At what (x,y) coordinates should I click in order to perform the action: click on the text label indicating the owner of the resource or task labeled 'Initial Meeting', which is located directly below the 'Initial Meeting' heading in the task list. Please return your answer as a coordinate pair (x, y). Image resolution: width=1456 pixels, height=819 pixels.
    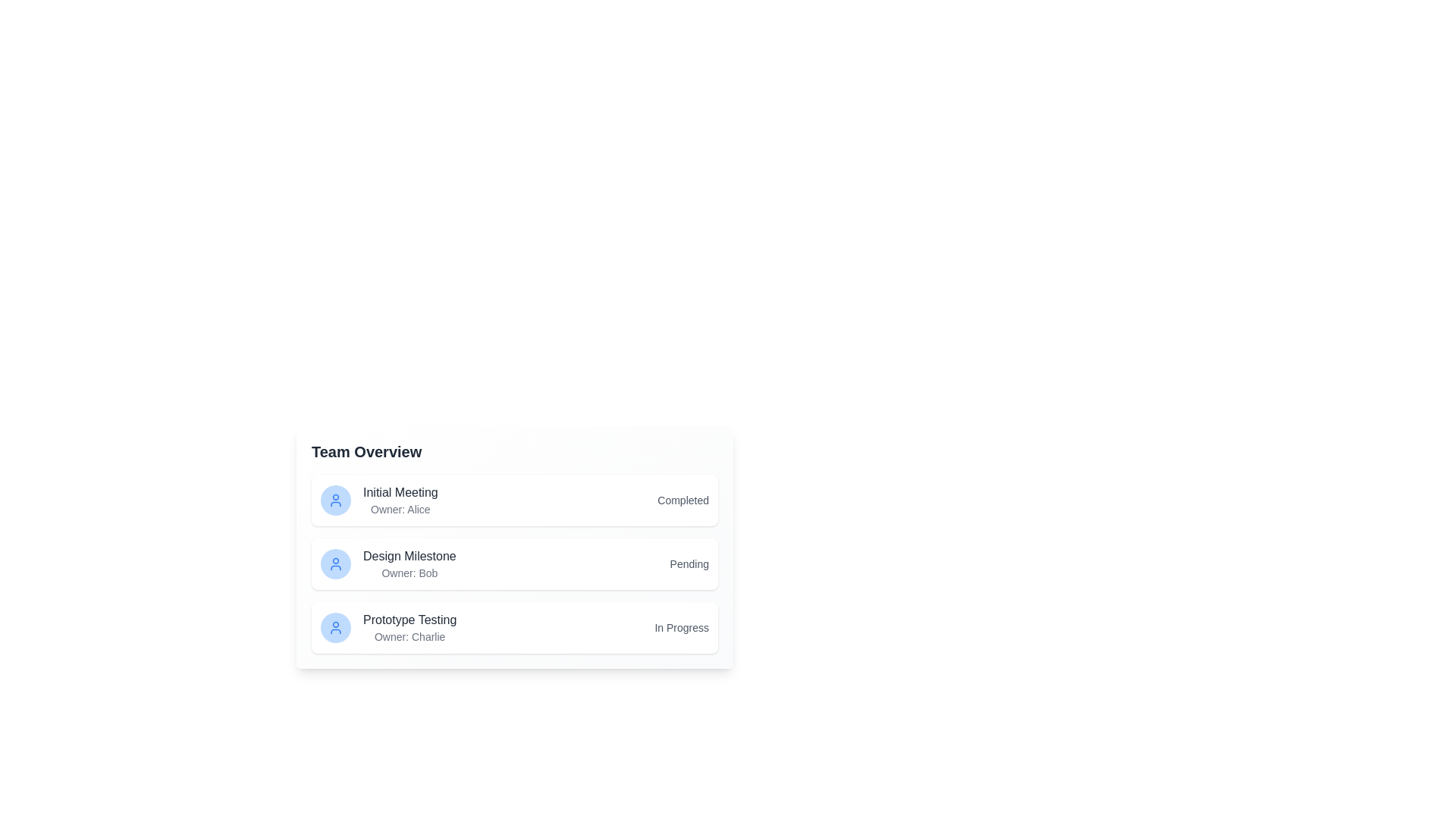
    Looking at the image, I should click on (400, 509).